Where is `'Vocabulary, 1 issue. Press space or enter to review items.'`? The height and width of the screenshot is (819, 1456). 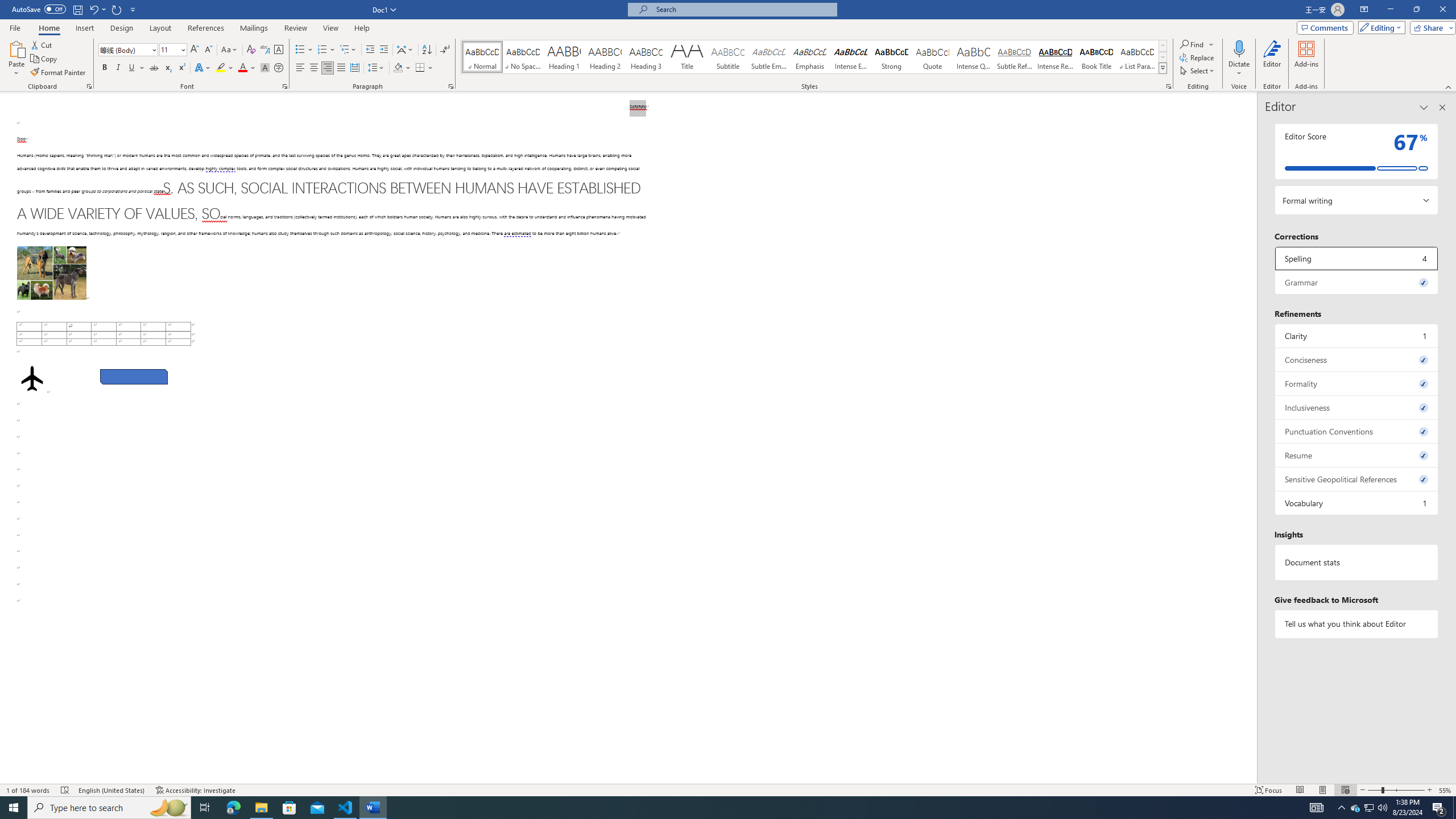
'Vocabulary, 1 issue. Press space or enter to review items.' is located at coordinates (1356, 503).